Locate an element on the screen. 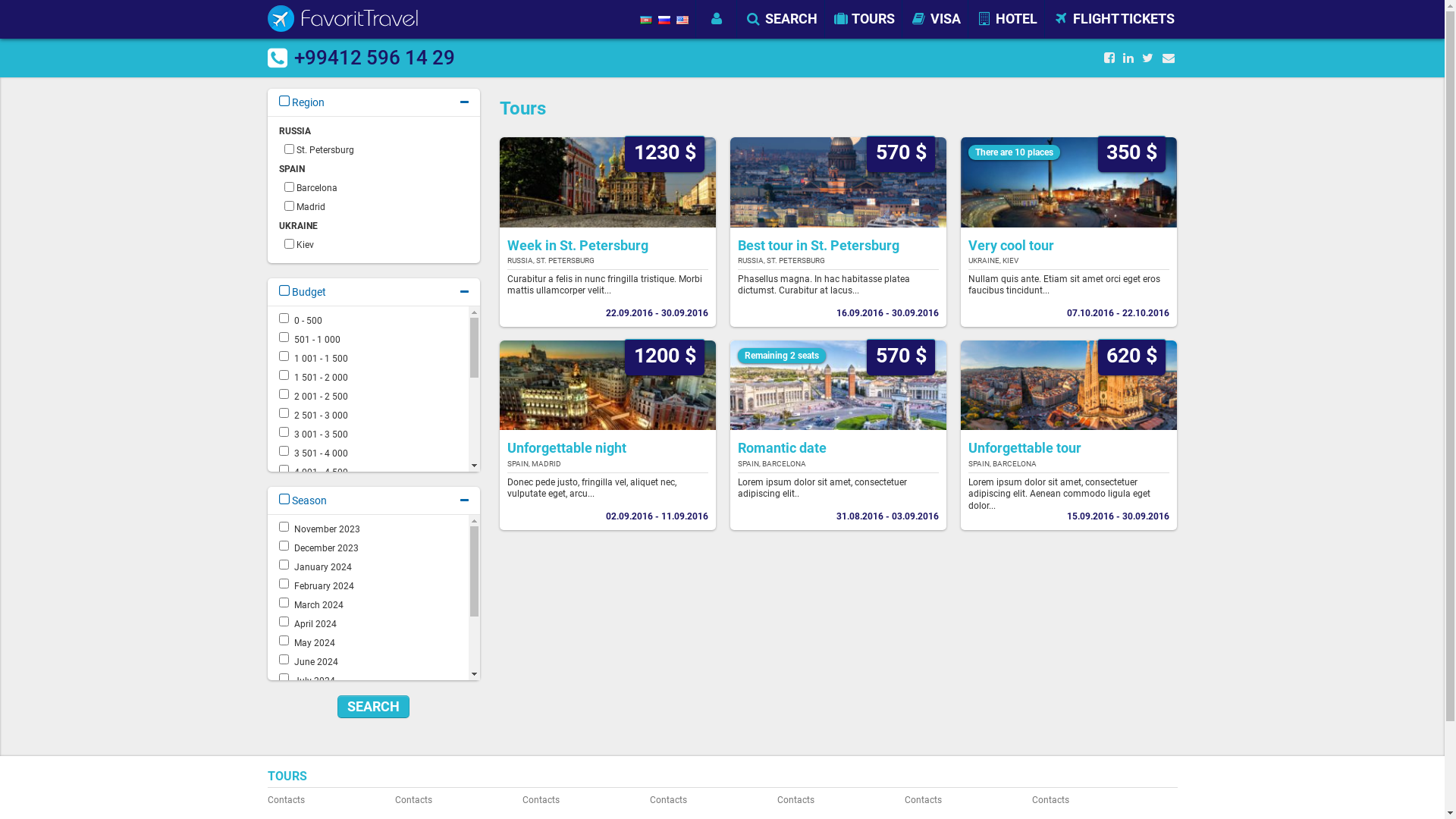 The height and width of the screenshot is (819, 1456). 'SEARCH' is located at coordinates (781, 18).